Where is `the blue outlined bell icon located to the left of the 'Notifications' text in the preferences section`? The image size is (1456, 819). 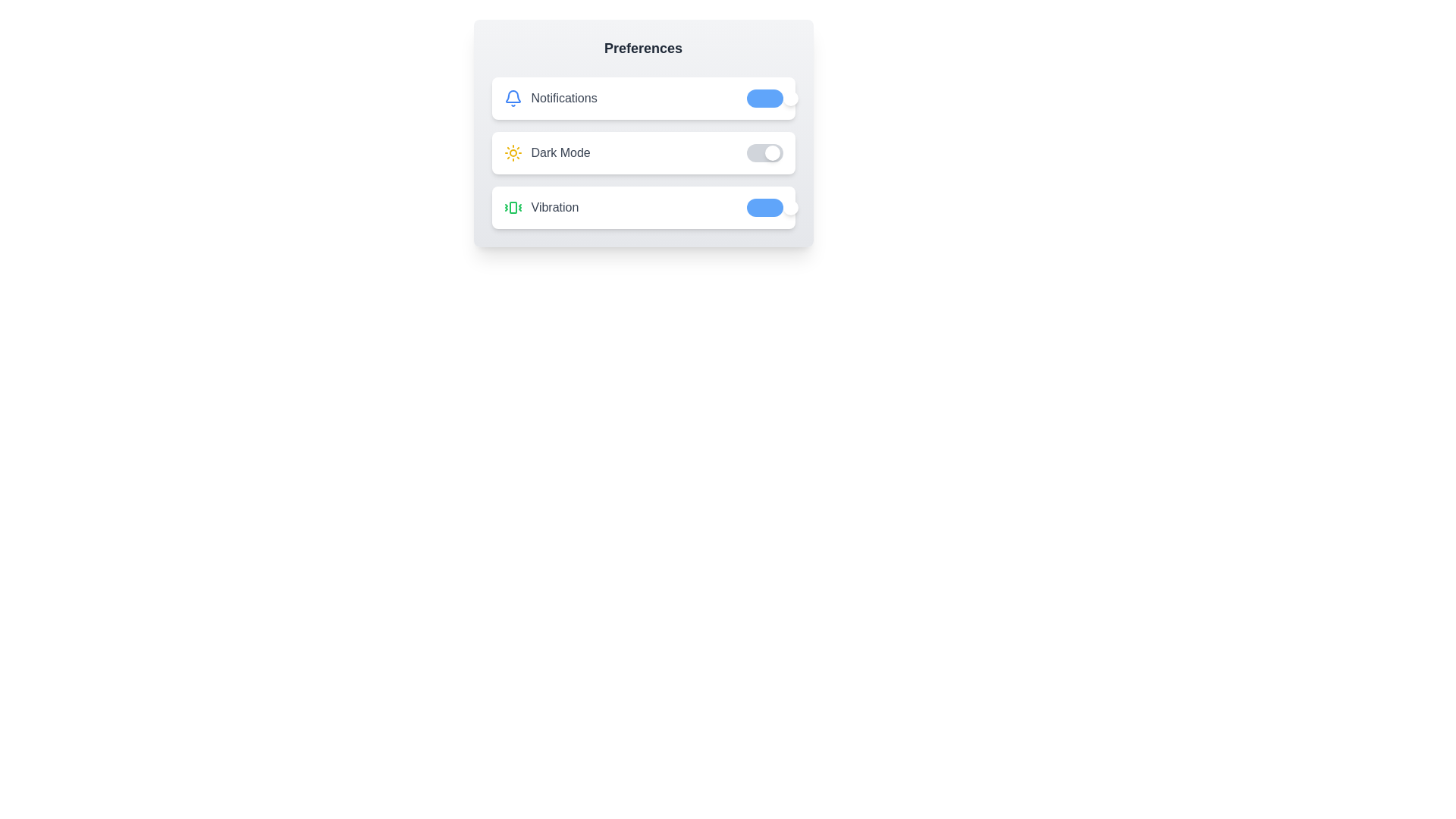
the blue outlined bell icon located to the left of the 'Notifications' text in the preferences section is located at coordinates (513, 99).